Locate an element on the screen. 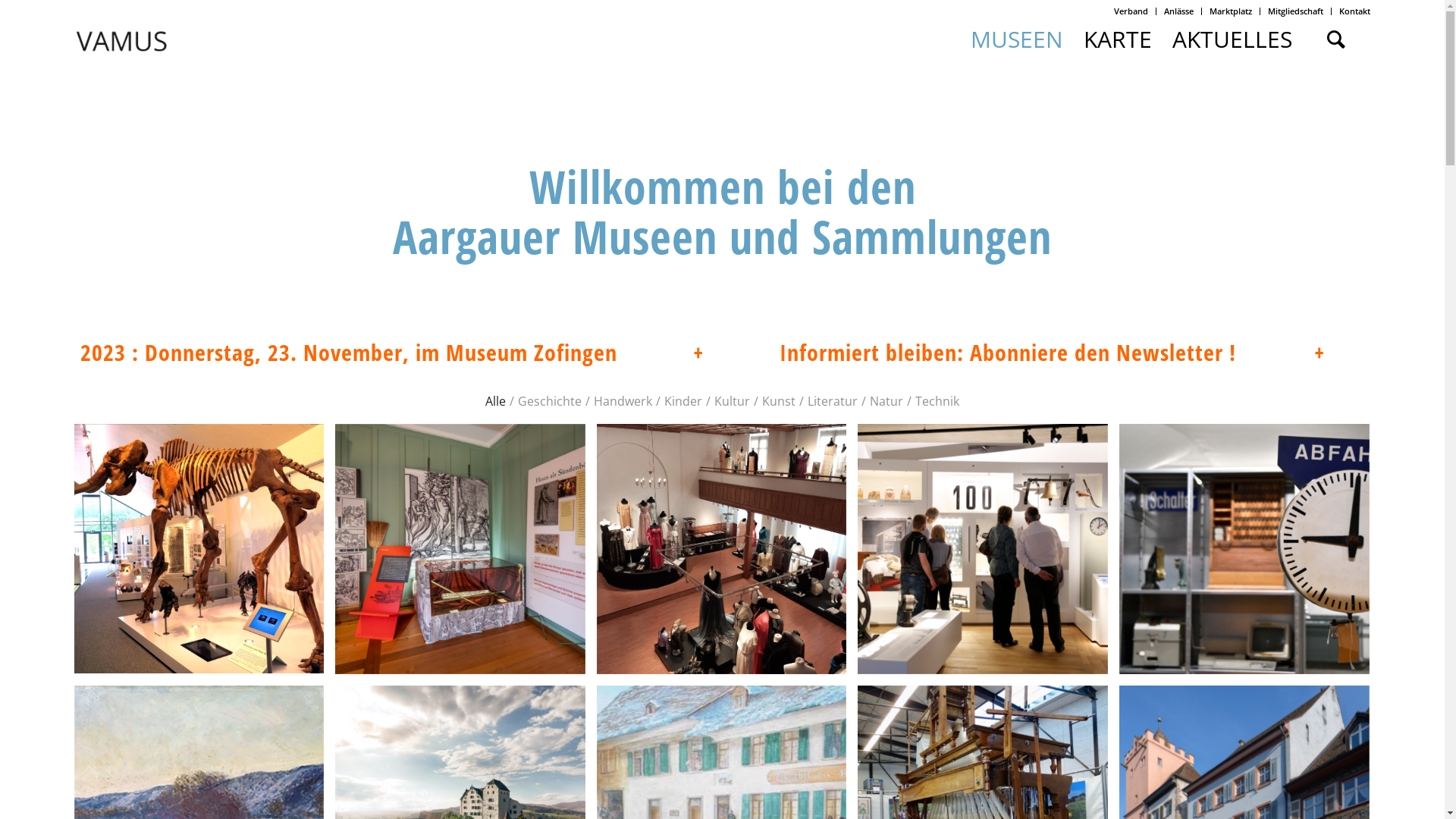 The width and height of the screenshot is (1456, 819). 'Hexenmuseum' is located at coordinates (459, 548).